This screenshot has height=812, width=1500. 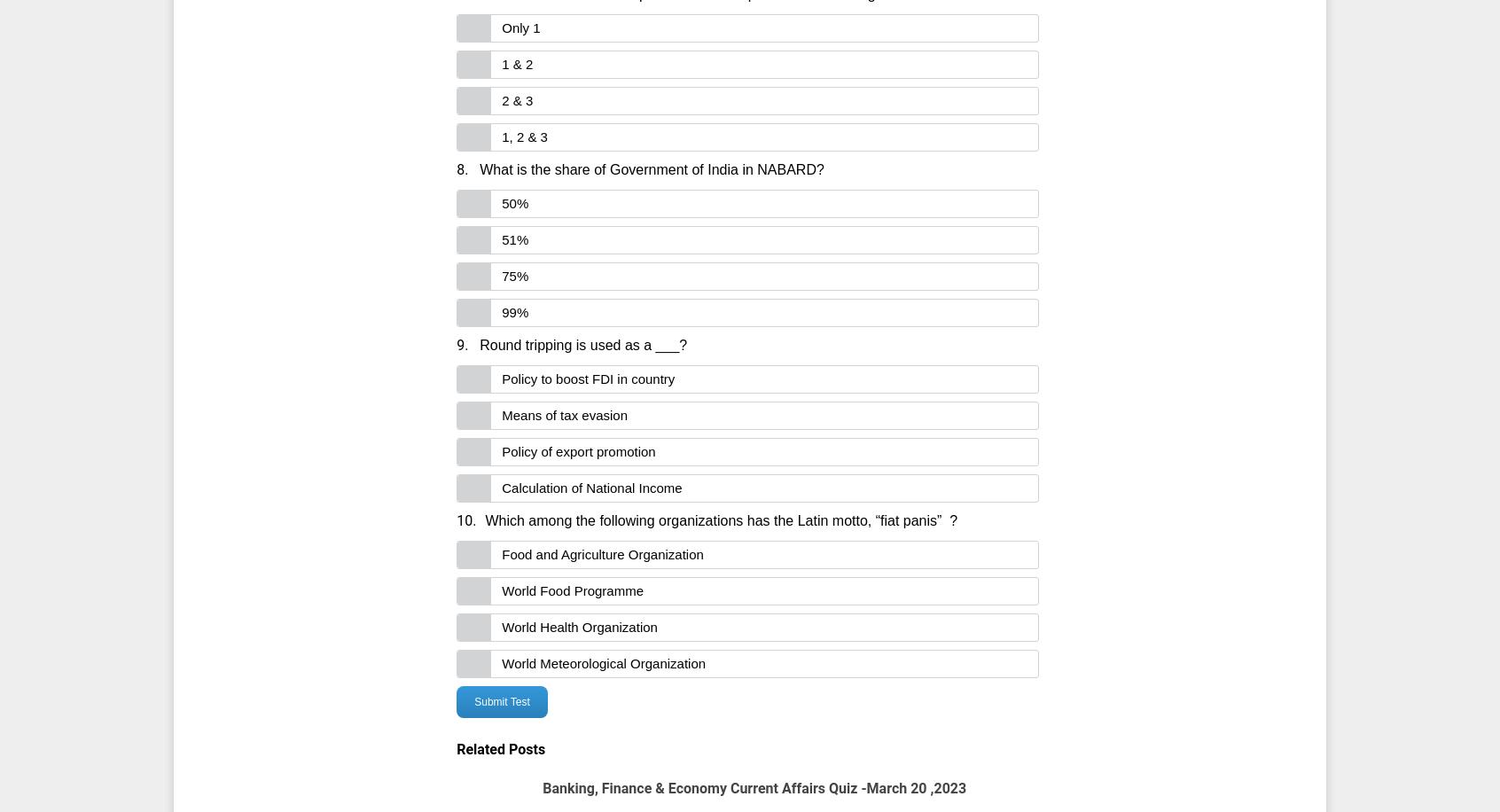 I want to click on 'Policy to boost FDI in country', so click(x=588, y=378).